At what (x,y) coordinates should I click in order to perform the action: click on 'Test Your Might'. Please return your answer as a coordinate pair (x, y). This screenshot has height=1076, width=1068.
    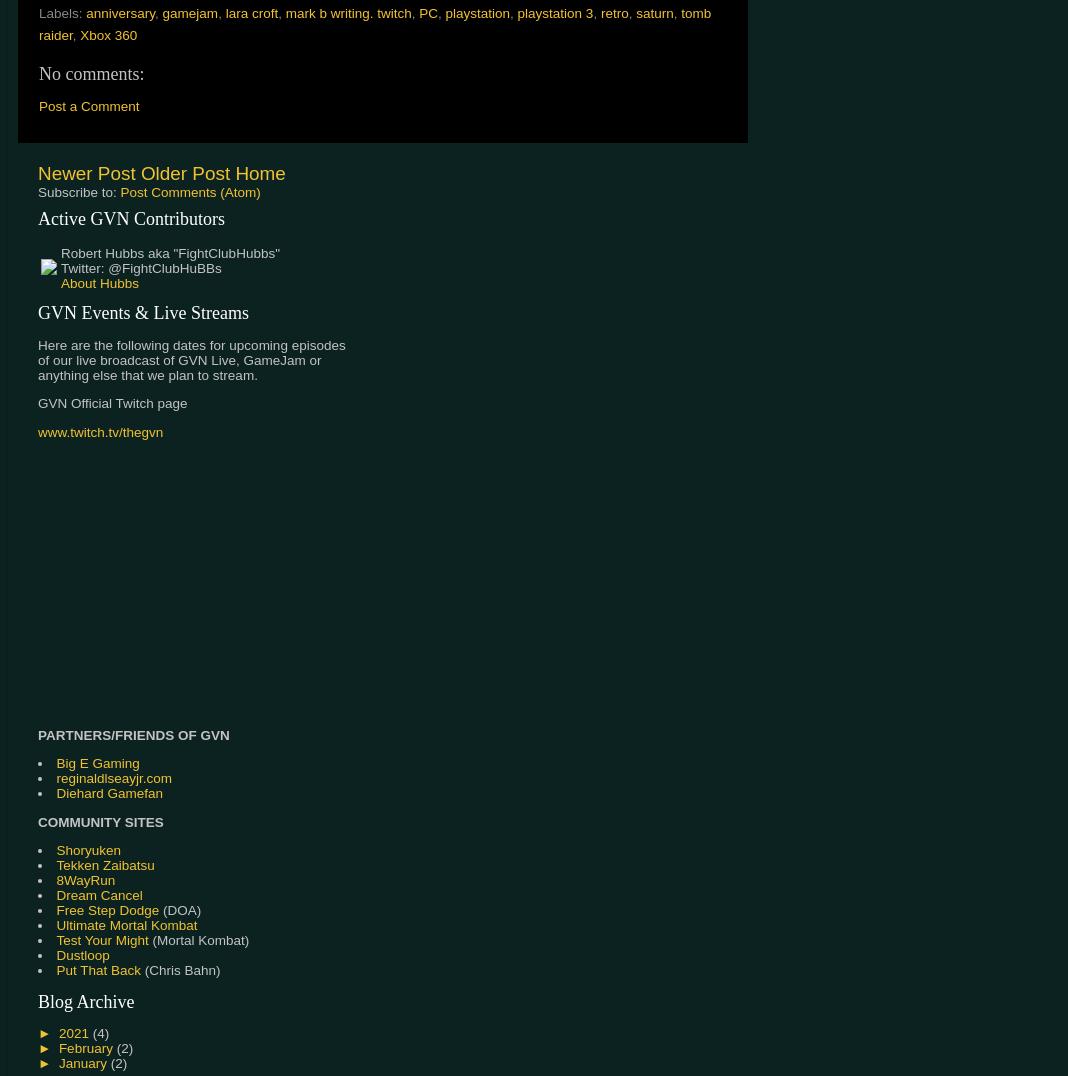
    Looking at the image, I should click on (100, 939).